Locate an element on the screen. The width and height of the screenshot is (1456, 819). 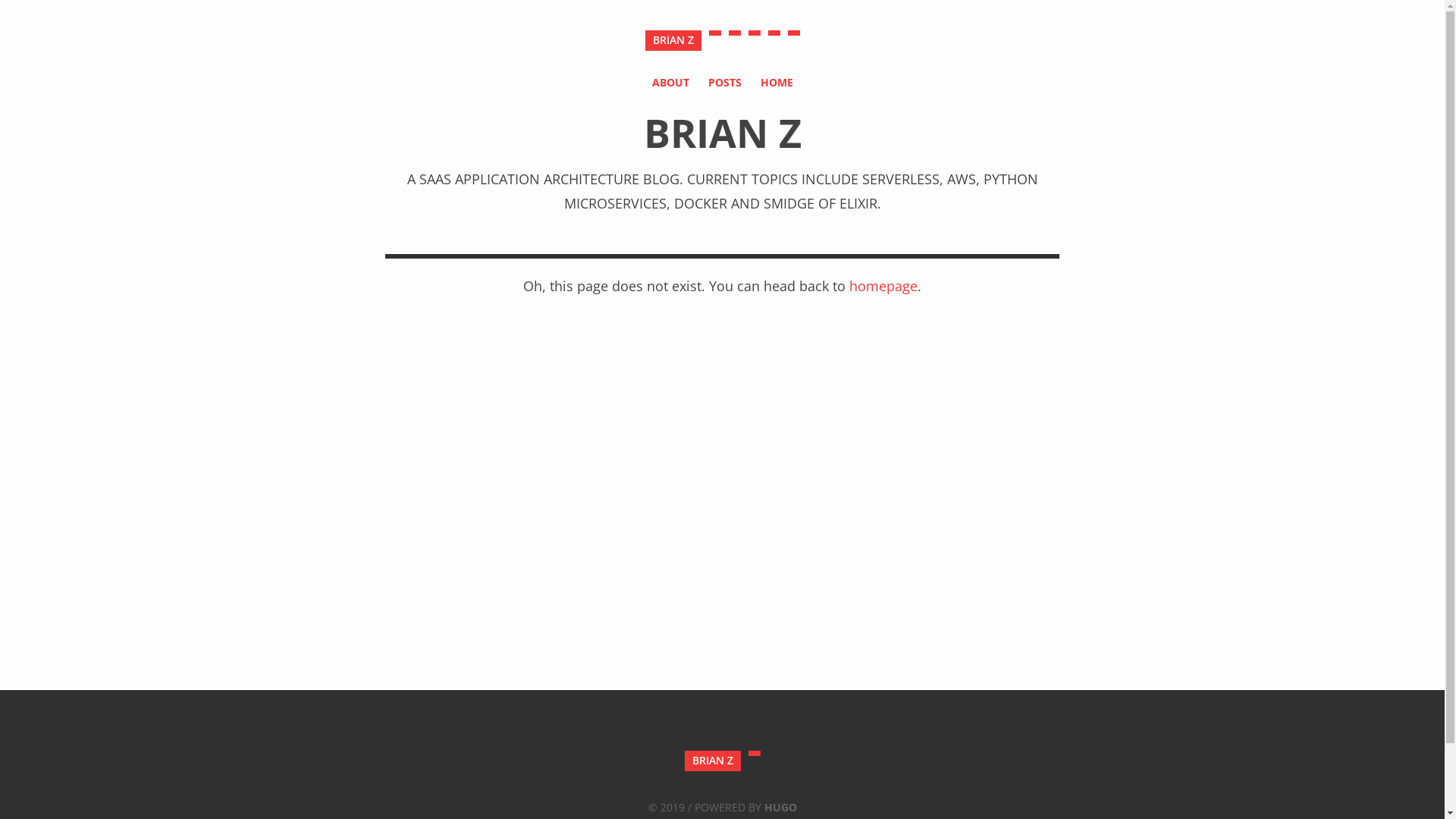
'Twitter' is located at coordinates (734, 33).